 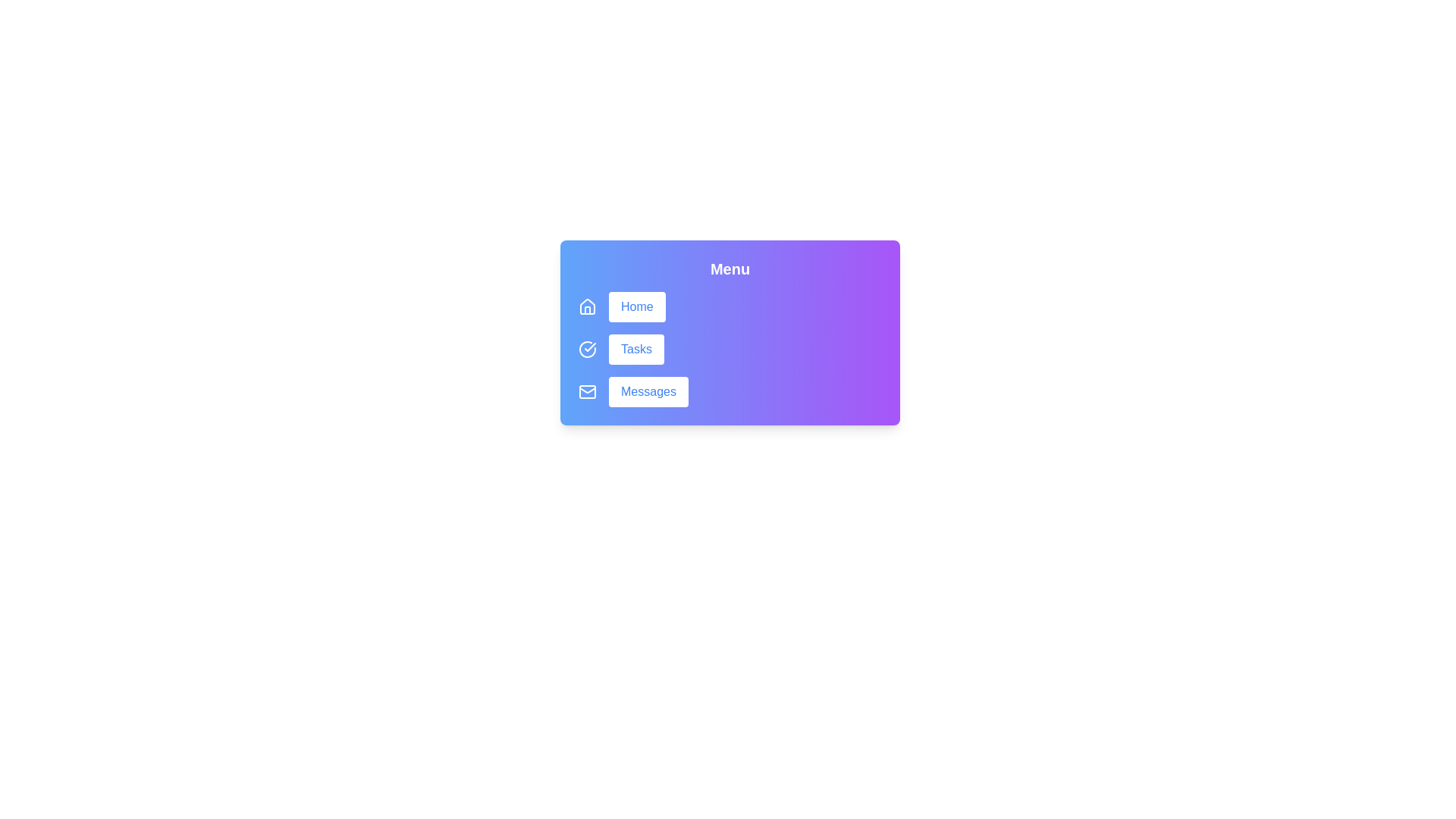 What do you see at coordinates (586, 350) in the screenshot?
I see `the icon beside the Tasks button` at bounding box center [586, 350].